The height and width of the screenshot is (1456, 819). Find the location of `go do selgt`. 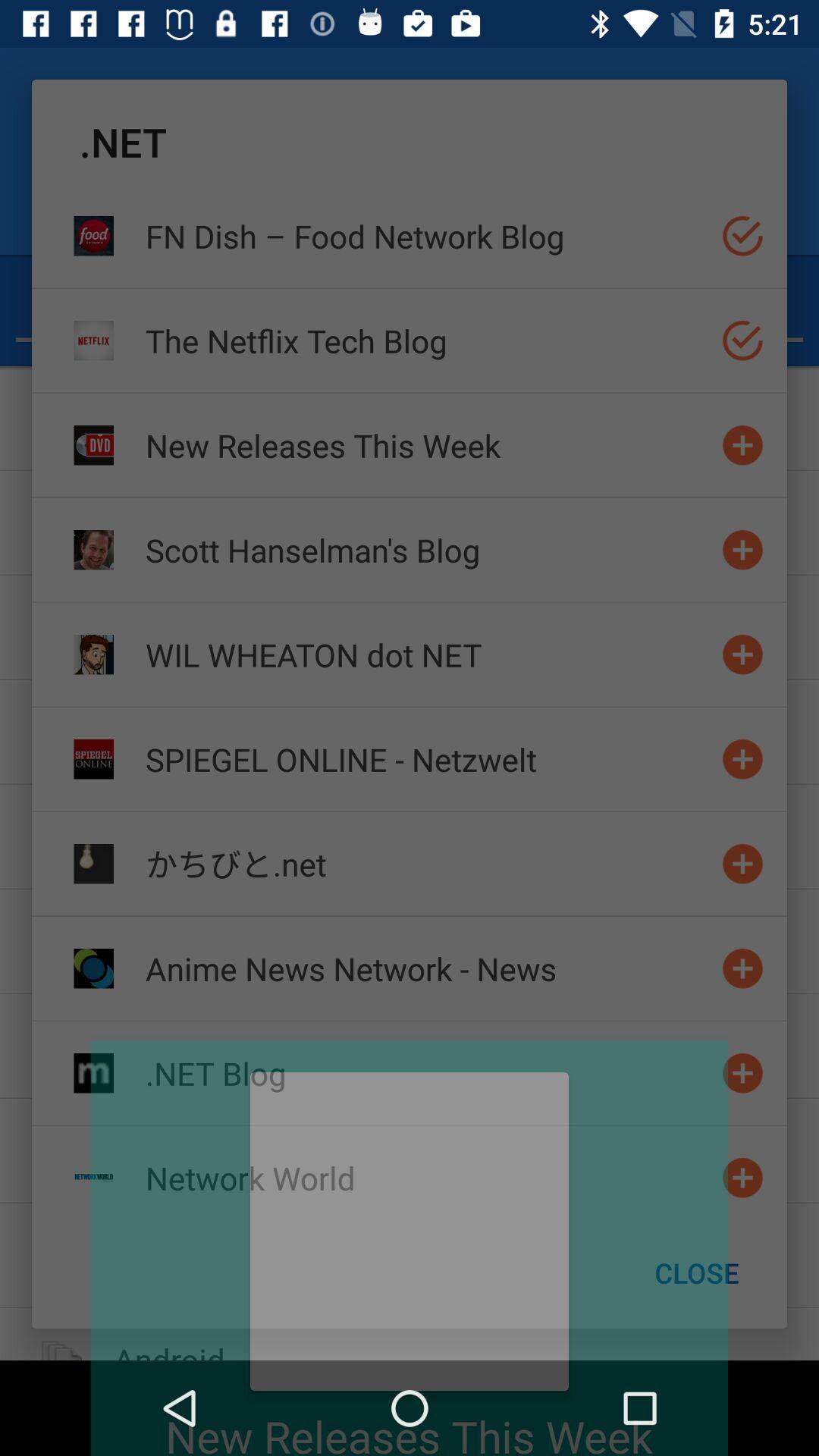

go do selgt is located at coordinates (742, 235).